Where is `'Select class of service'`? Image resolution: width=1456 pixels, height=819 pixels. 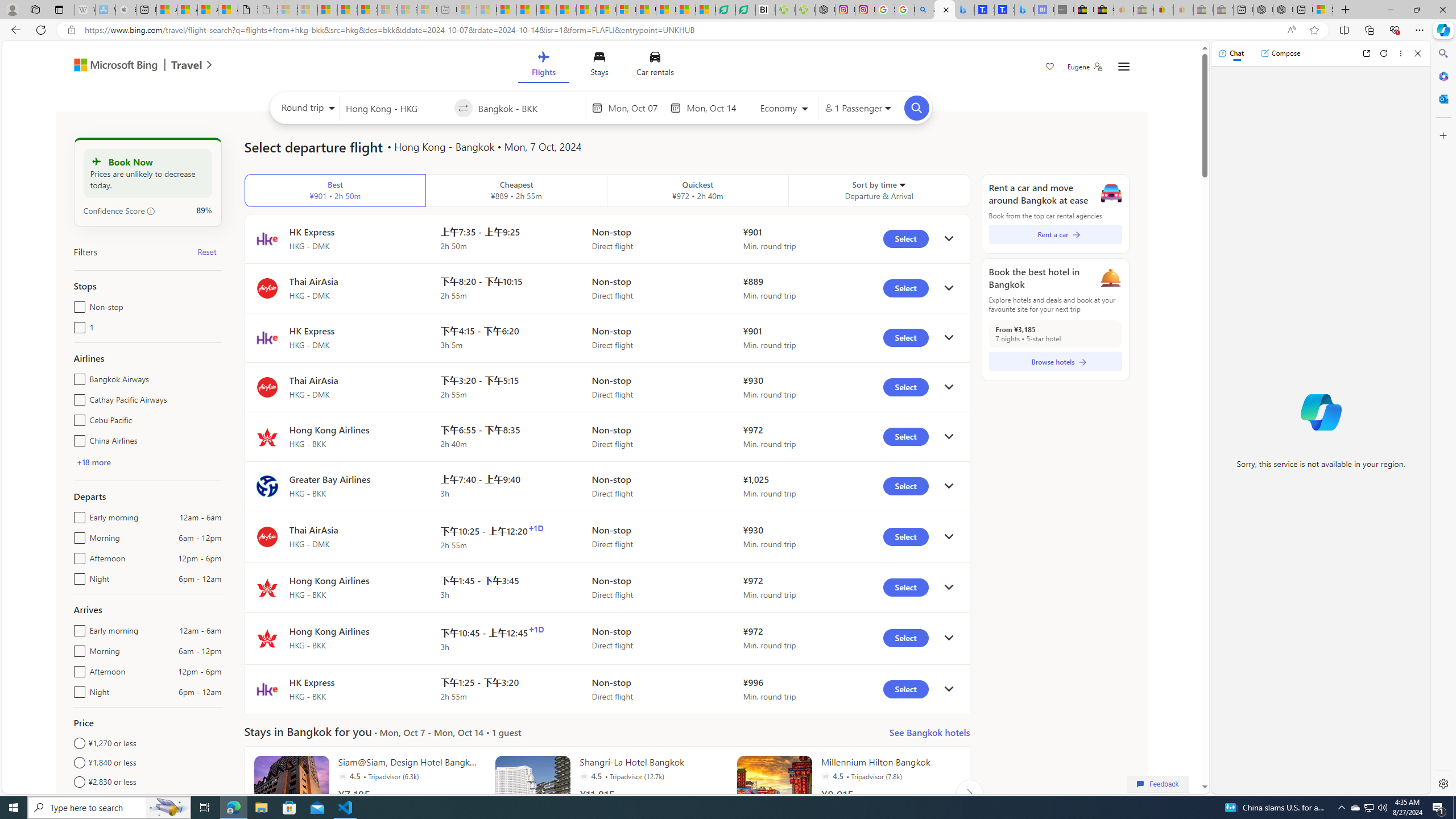 'Select class of service' is located at coordinates (784, 109).